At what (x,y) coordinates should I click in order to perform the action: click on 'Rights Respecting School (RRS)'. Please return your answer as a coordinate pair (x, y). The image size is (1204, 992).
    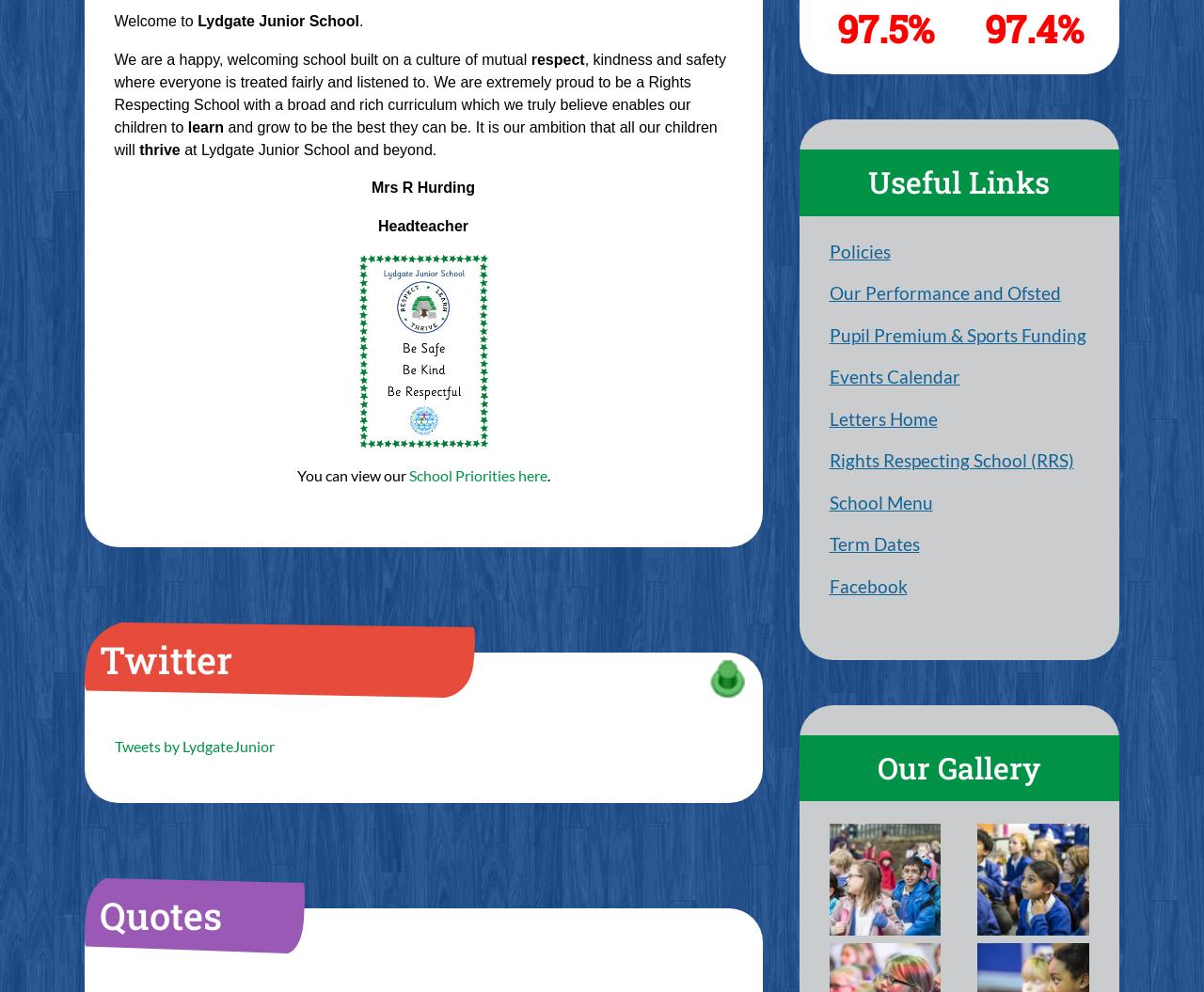
    Looking at the image, I should click on (950, 460).